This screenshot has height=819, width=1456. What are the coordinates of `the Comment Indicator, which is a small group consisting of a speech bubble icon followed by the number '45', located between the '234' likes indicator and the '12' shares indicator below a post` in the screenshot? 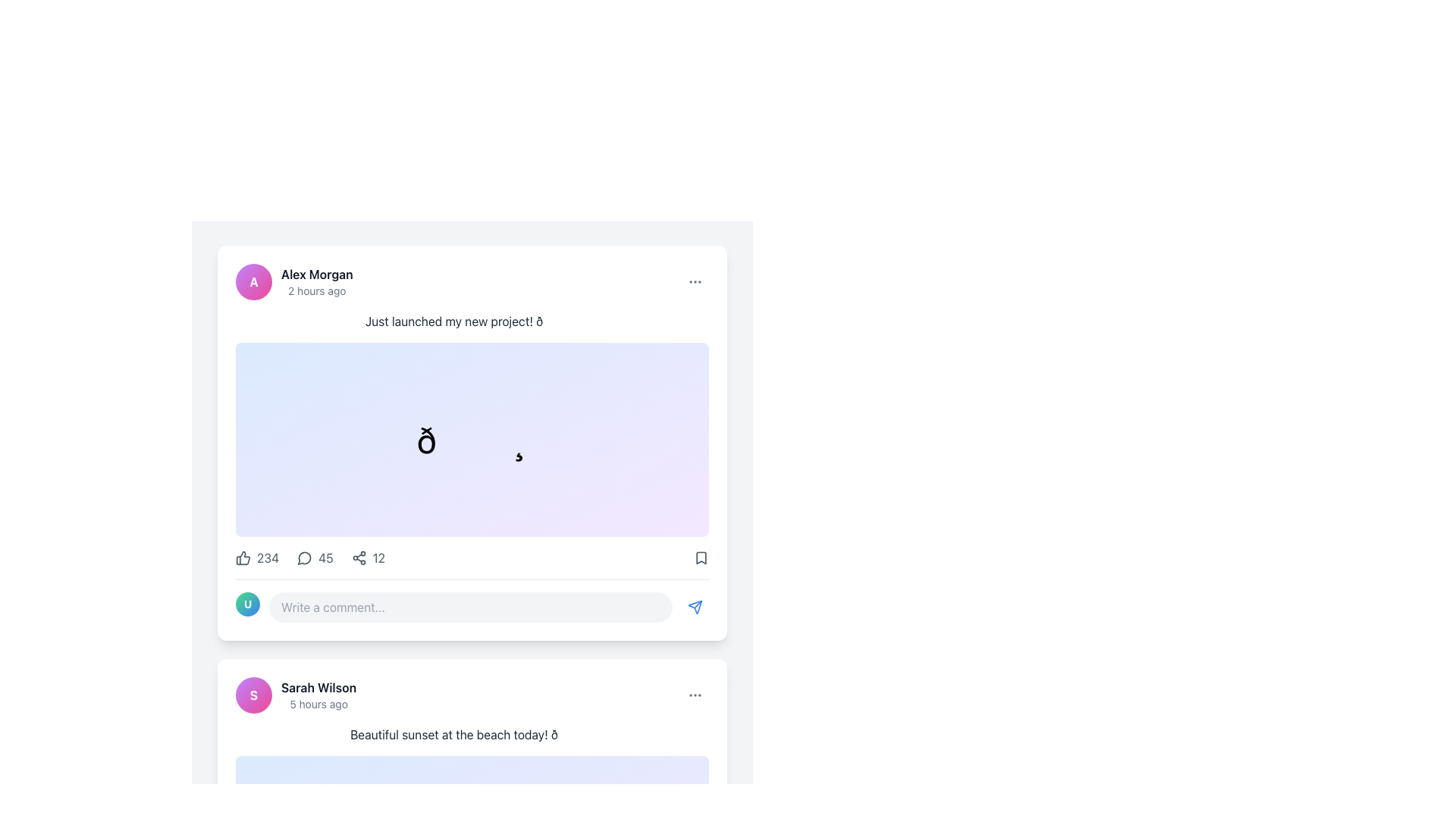 It's located at (314, 558).